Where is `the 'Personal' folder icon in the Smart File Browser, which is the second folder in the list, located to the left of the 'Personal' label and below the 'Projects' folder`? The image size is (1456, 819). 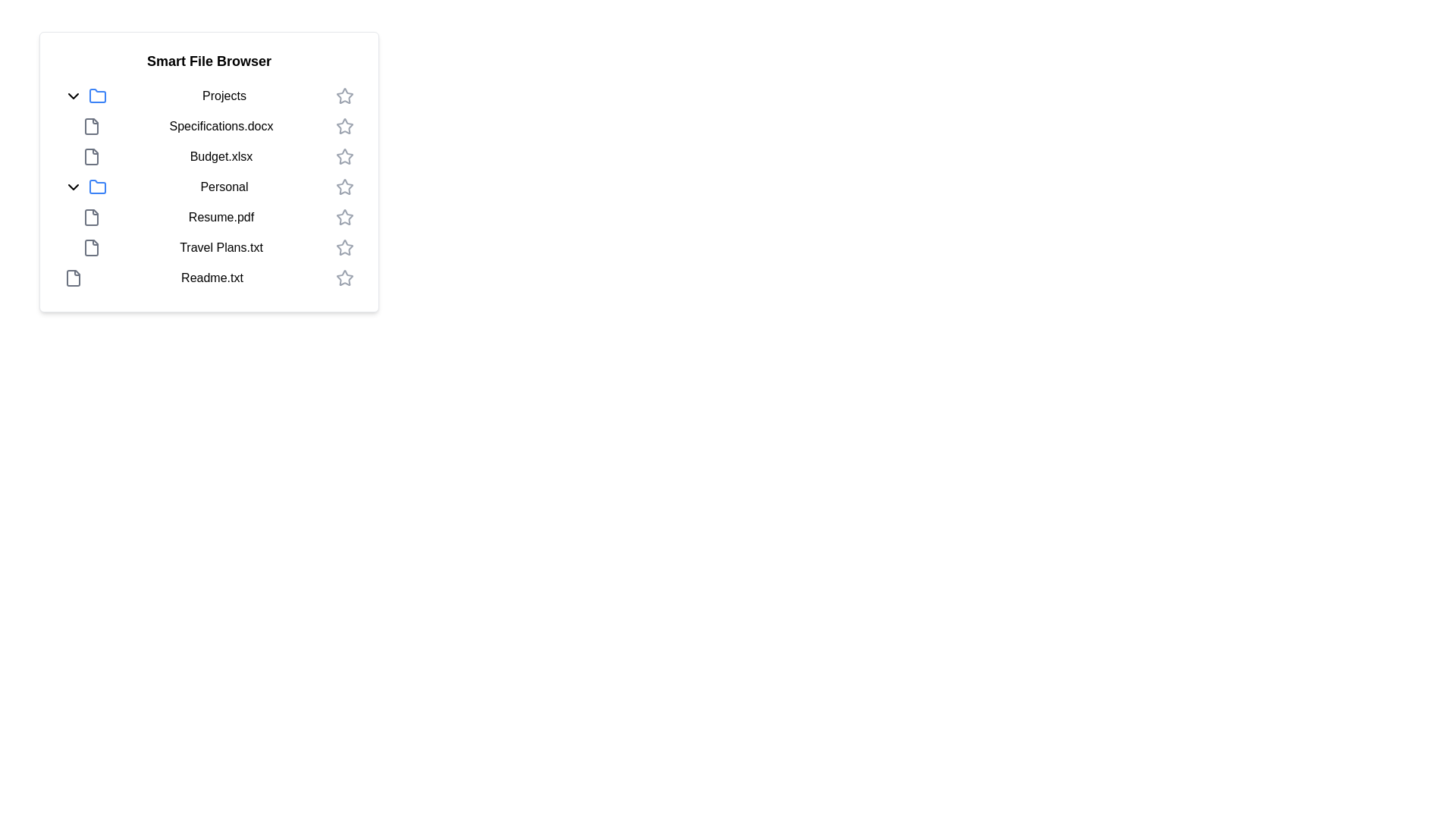
the 'Personal' folder icon in the Smart File Browser, which is the second folder in the list, located to the left of the 'Personal' label and below the 'Projects' folder is located at coordinates (97, 186).